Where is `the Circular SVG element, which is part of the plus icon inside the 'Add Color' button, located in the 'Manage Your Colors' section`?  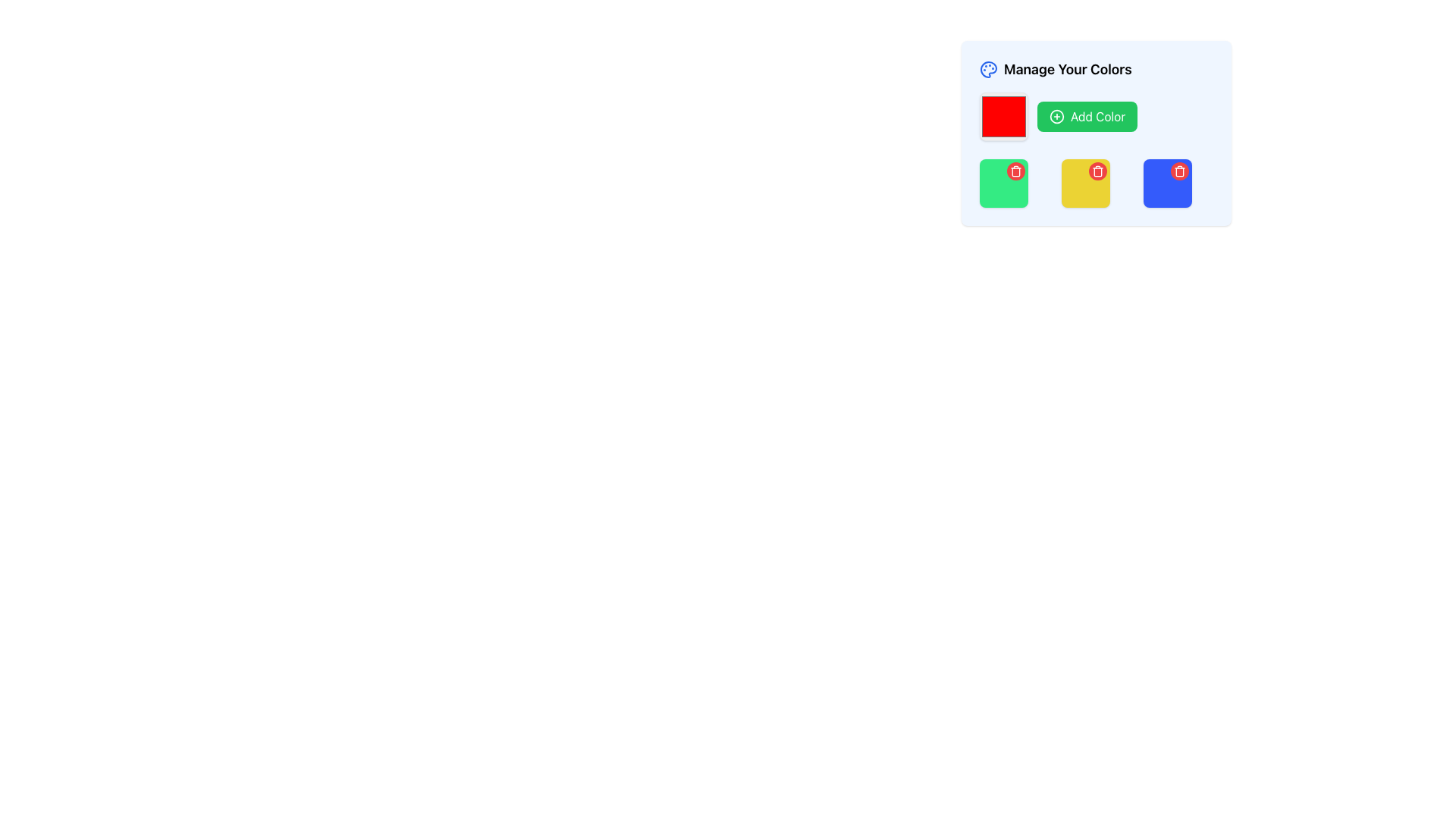
the Circular SVG element, which is part of the plus icon inside the 'Add Color' button, located in the 'Manage Your Colors' section is located at coordinates (1056, 116).